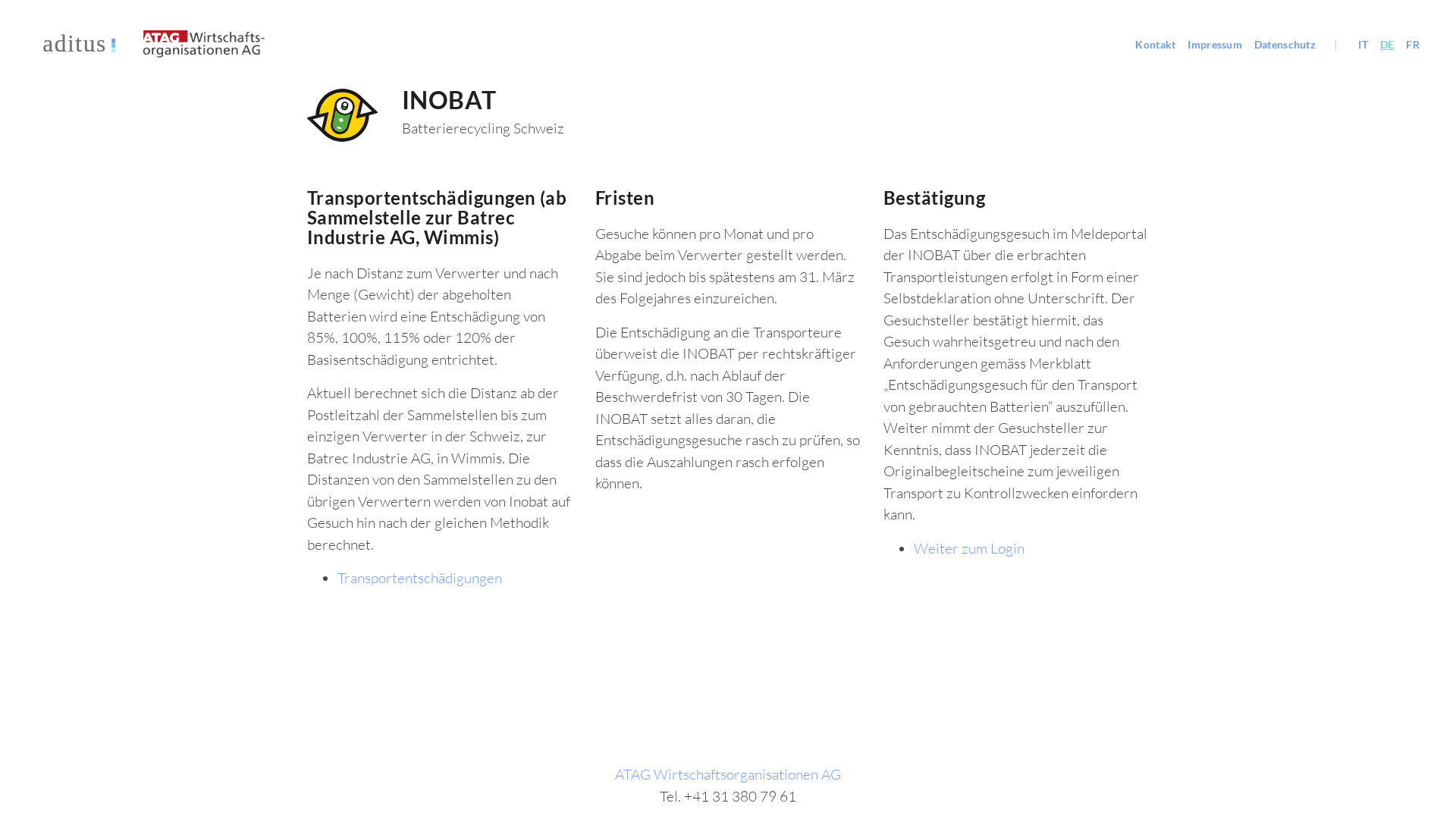  What do you see at coordinates (1373, 43) in the screenshot?
I see `'DE'` at bounding box center [1373, 43].